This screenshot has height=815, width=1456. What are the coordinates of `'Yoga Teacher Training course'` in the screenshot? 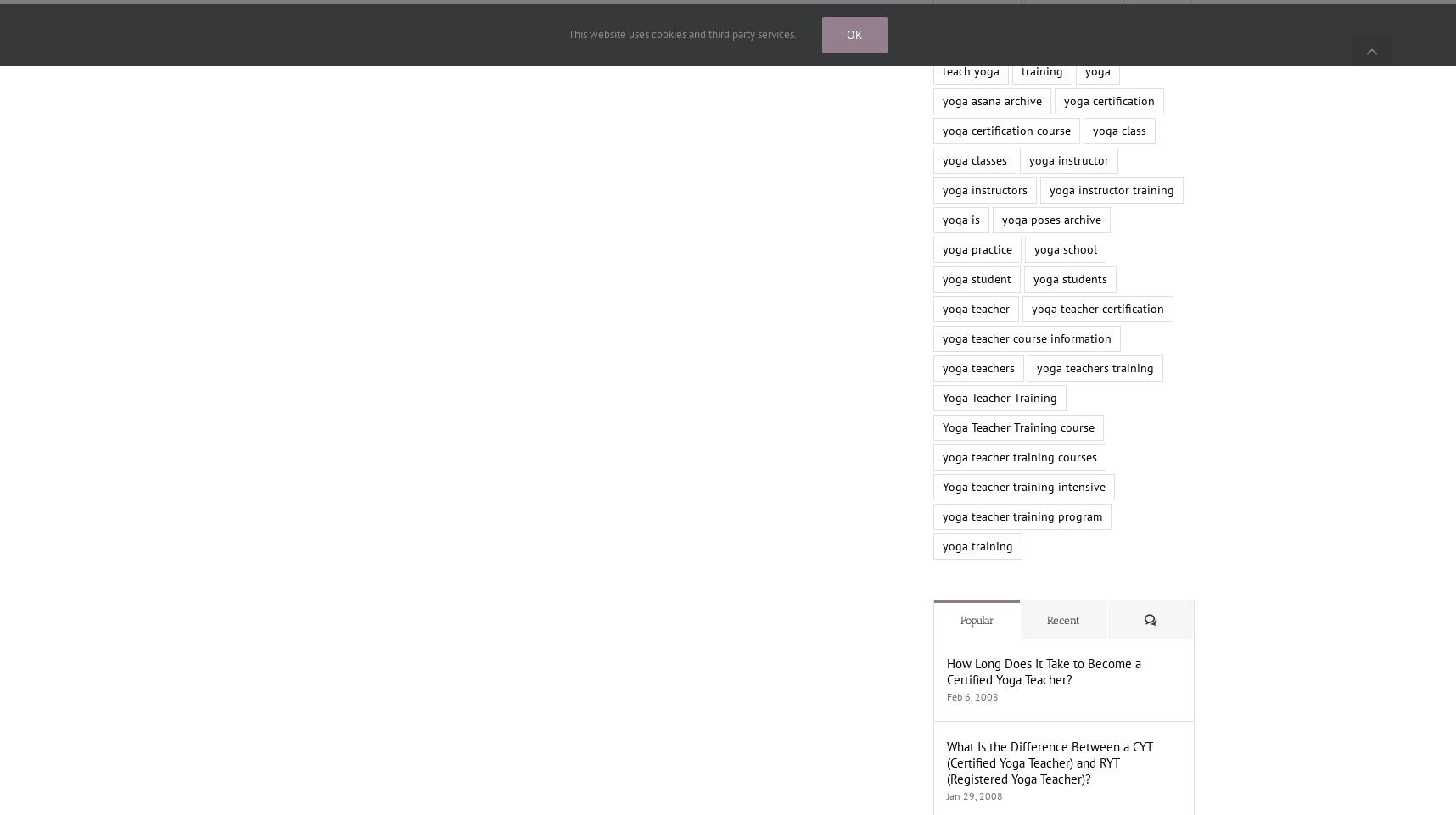 It's located at (1018, 427).